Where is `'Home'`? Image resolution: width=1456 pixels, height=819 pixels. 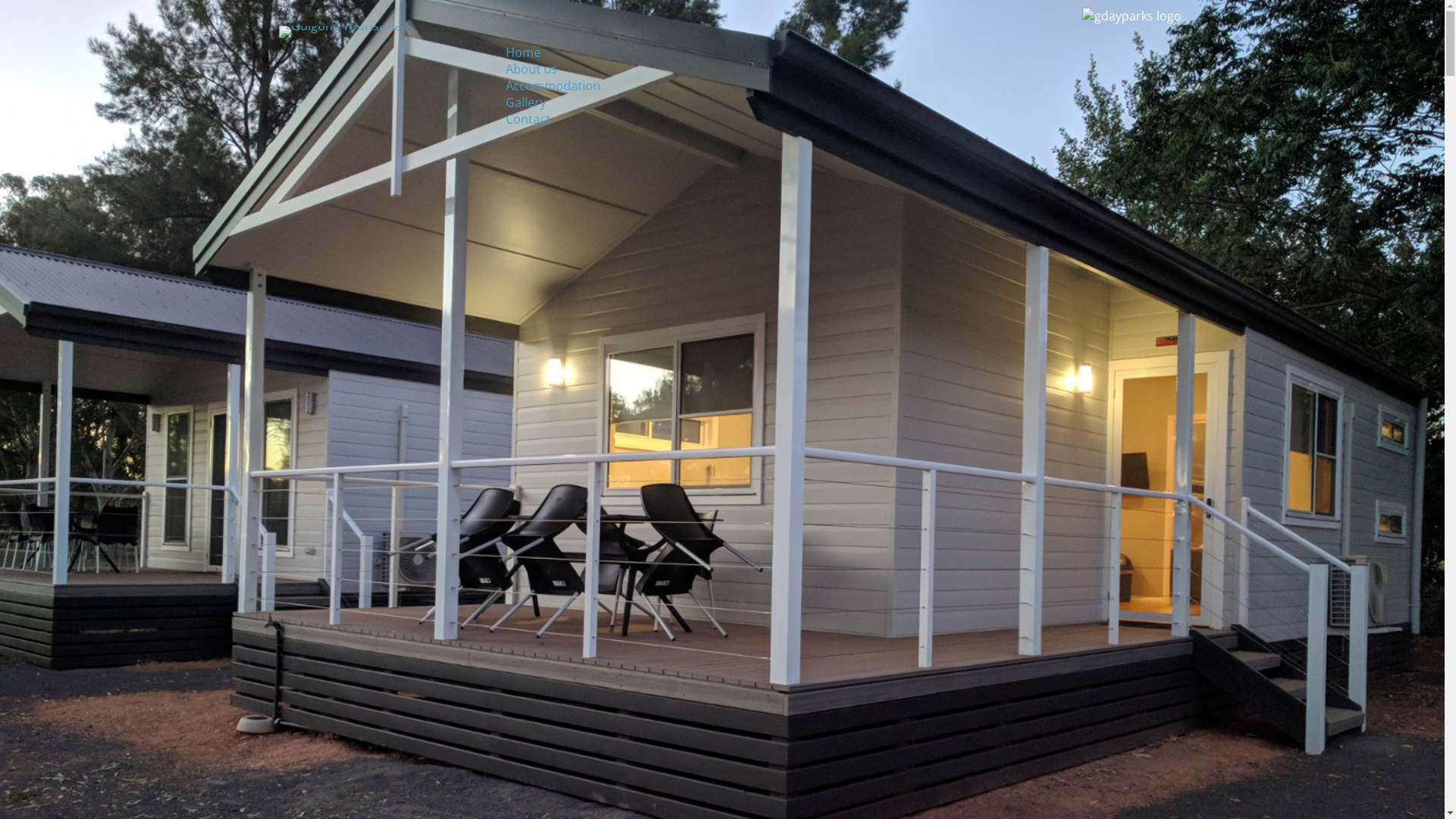 'Home' is located at coordinates (523, 52).